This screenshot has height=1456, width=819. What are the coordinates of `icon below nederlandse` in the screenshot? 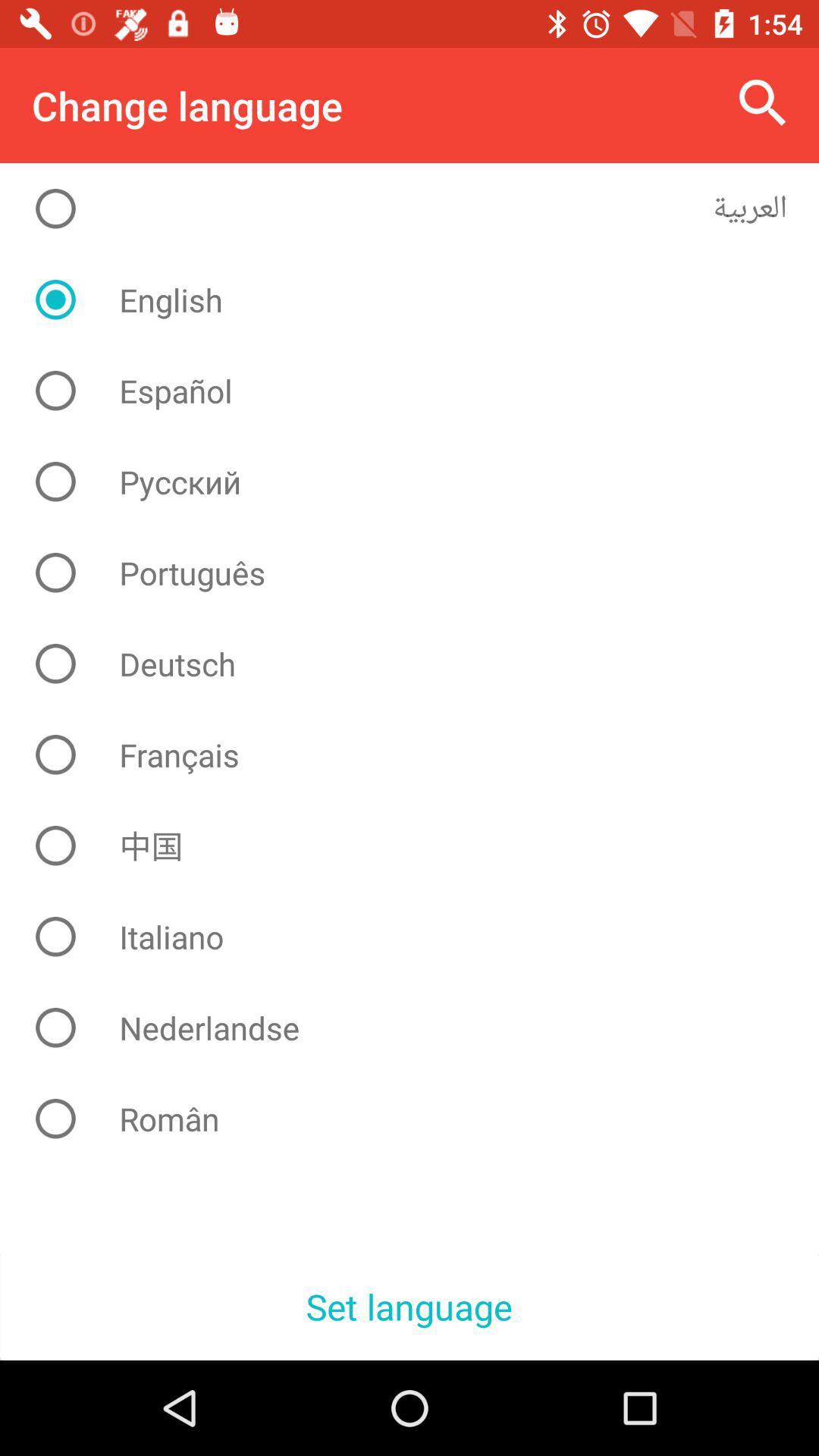 It's located at (421, 1119).